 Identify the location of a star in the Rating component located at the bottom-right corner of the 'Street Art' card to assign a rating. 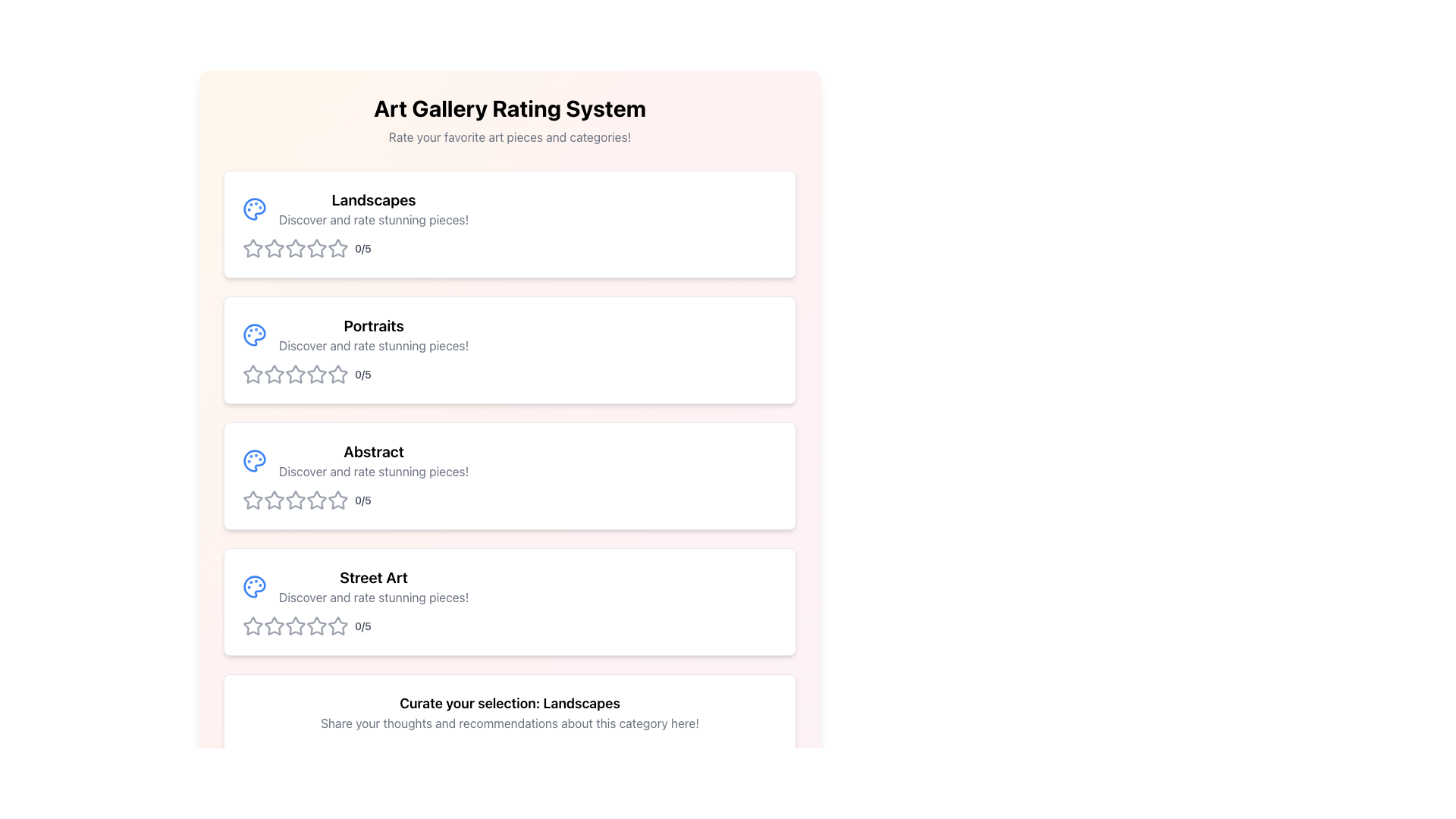
(510, 626).